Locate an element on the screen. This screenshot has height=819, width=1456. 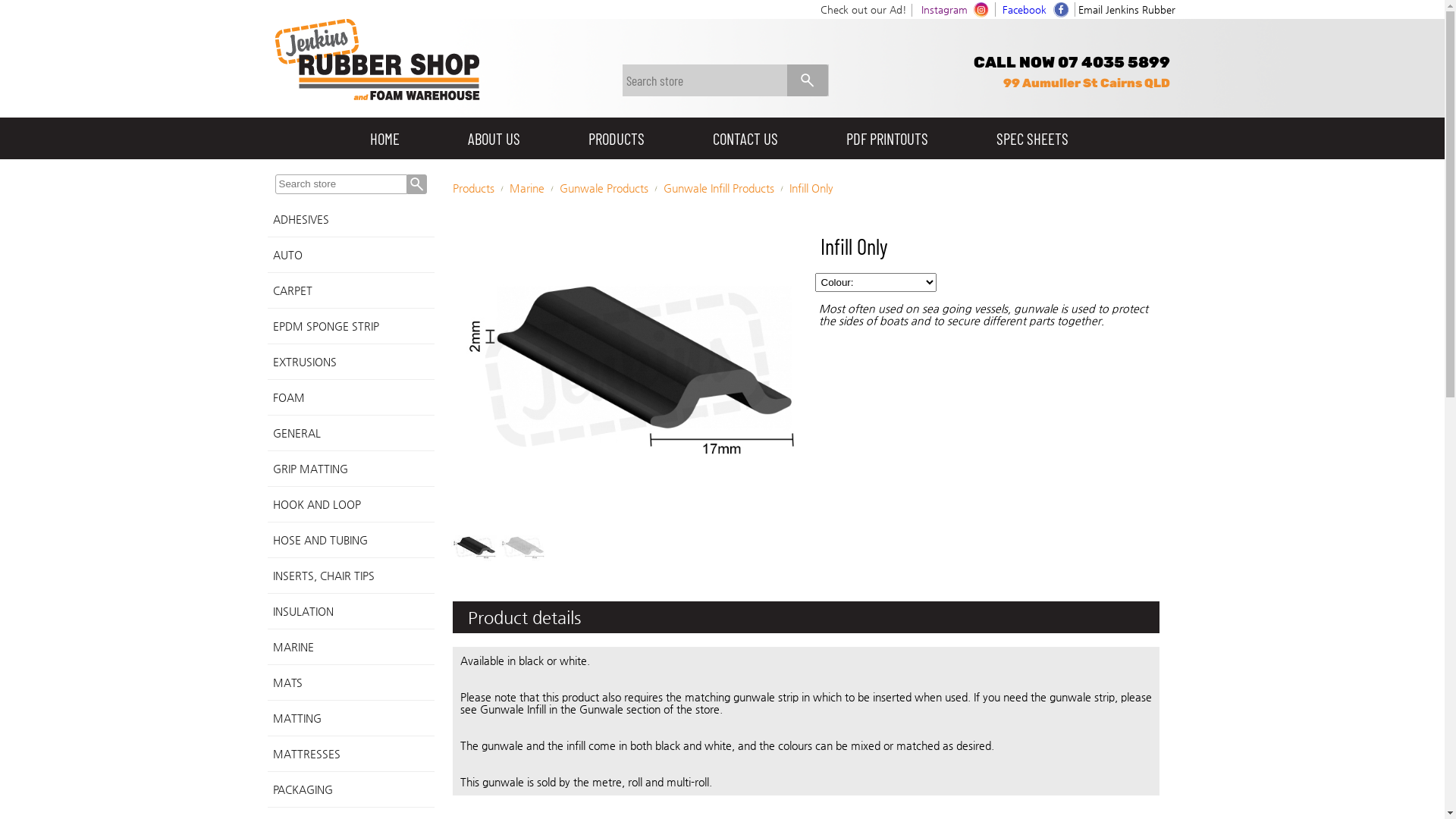
'CONTACT US' is located at coordinates (745, 138).